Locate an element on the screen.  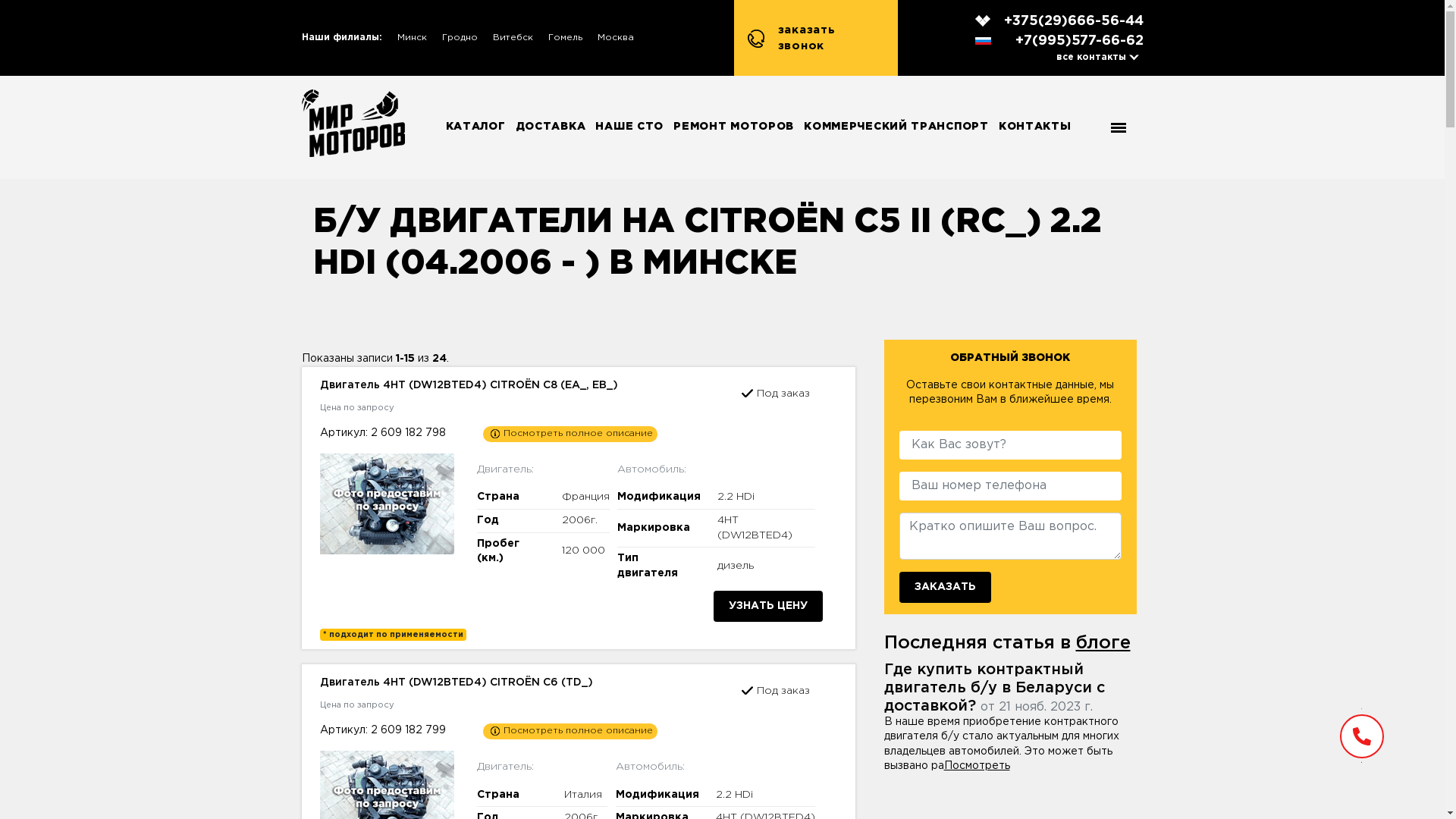
'2.2 HDi' is located at coordinates (734, 794).